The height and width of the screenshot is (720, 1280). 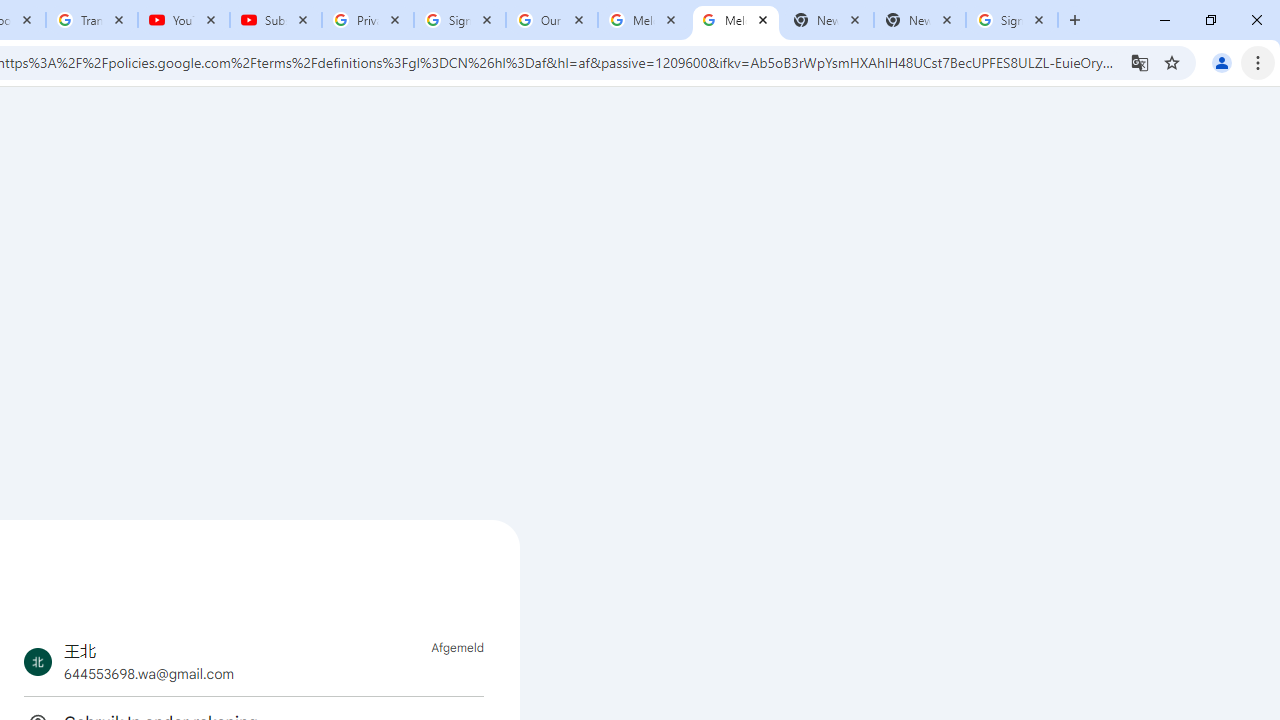 What do you see at coordinates (919, 20) in the screenshot?
I see `'New Tab'` at bounding box center [919, 20].